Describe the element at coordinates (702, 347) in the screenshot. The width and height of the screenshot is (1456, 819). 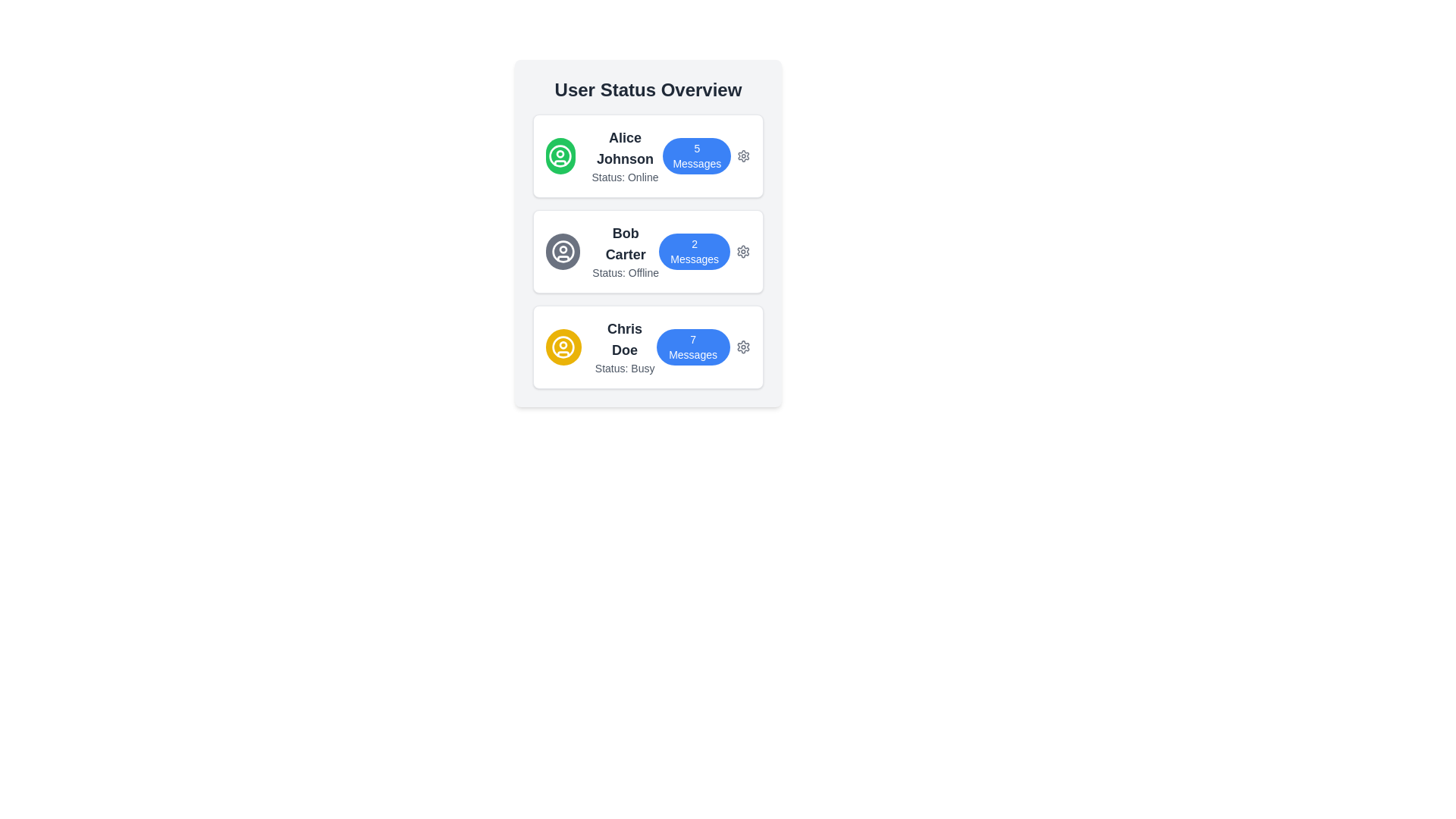
I see `the blue button with rounded corners labeled '7 Messages' that indicates messenger notifications for 'Chris Doe'` at that location.